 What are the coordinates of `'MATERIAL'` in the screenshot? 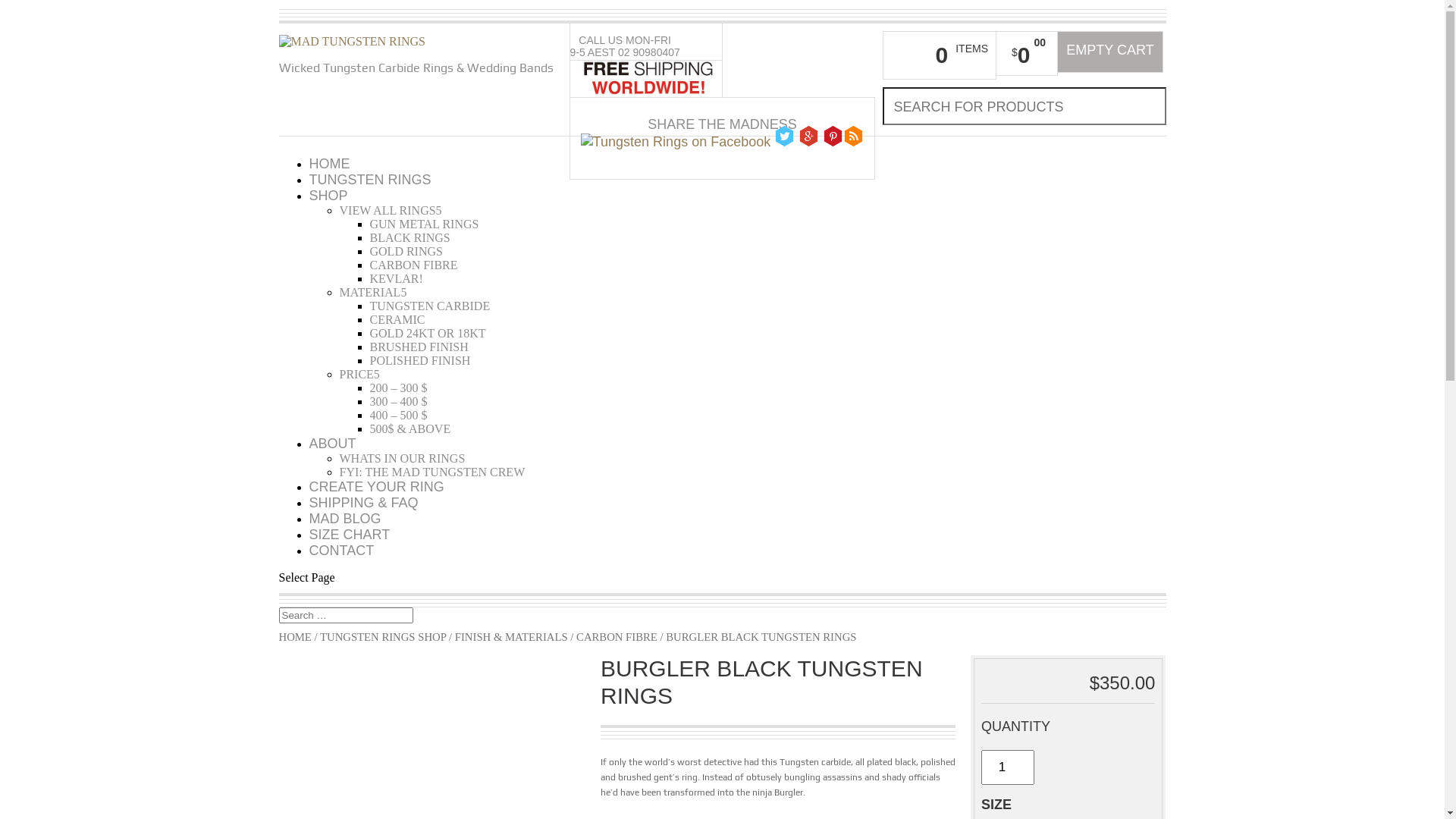 It's located at (338, 292).